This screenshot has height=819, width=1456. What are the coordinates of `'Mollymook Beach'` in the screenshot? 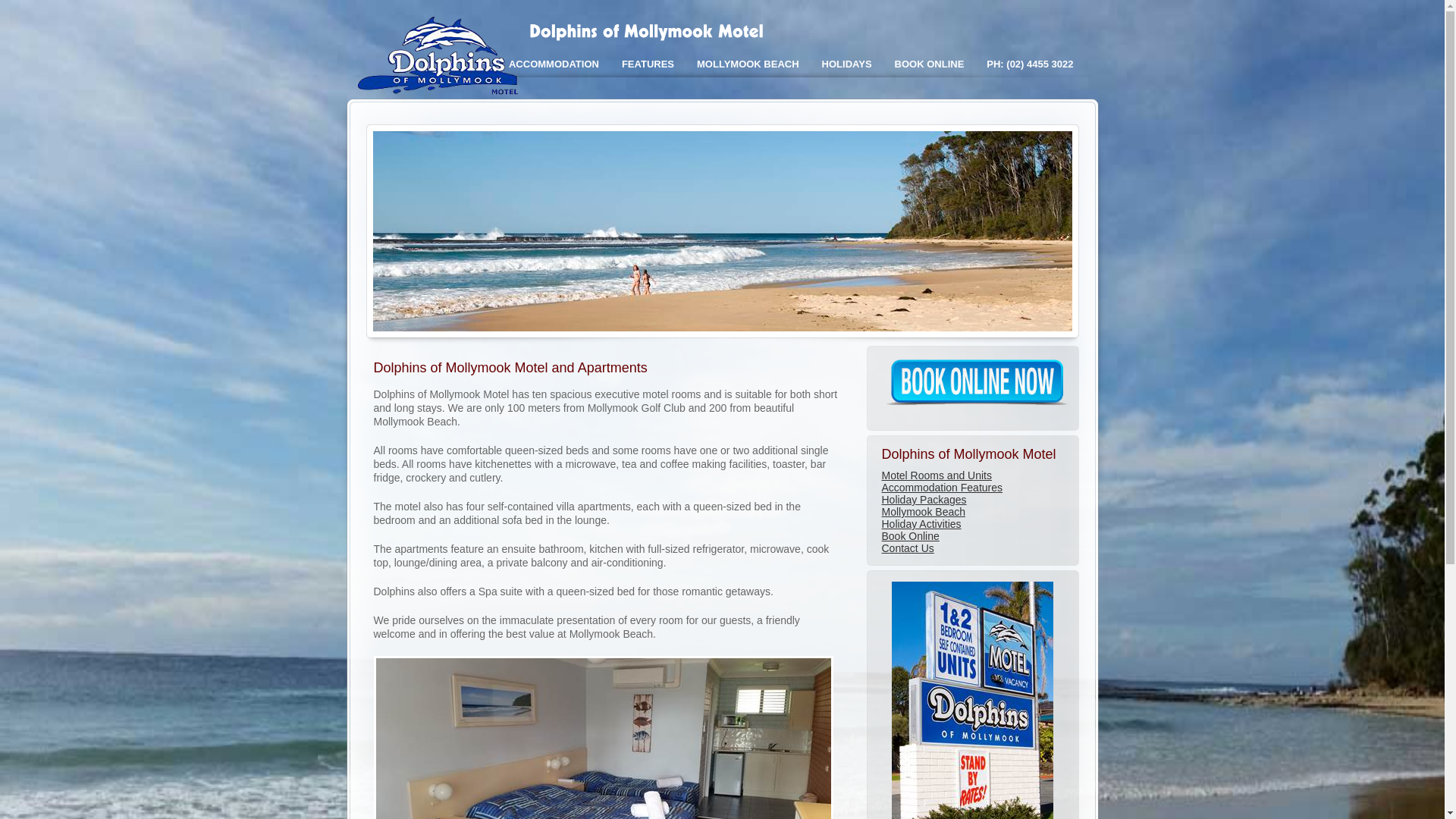 It's located at (880, 512).